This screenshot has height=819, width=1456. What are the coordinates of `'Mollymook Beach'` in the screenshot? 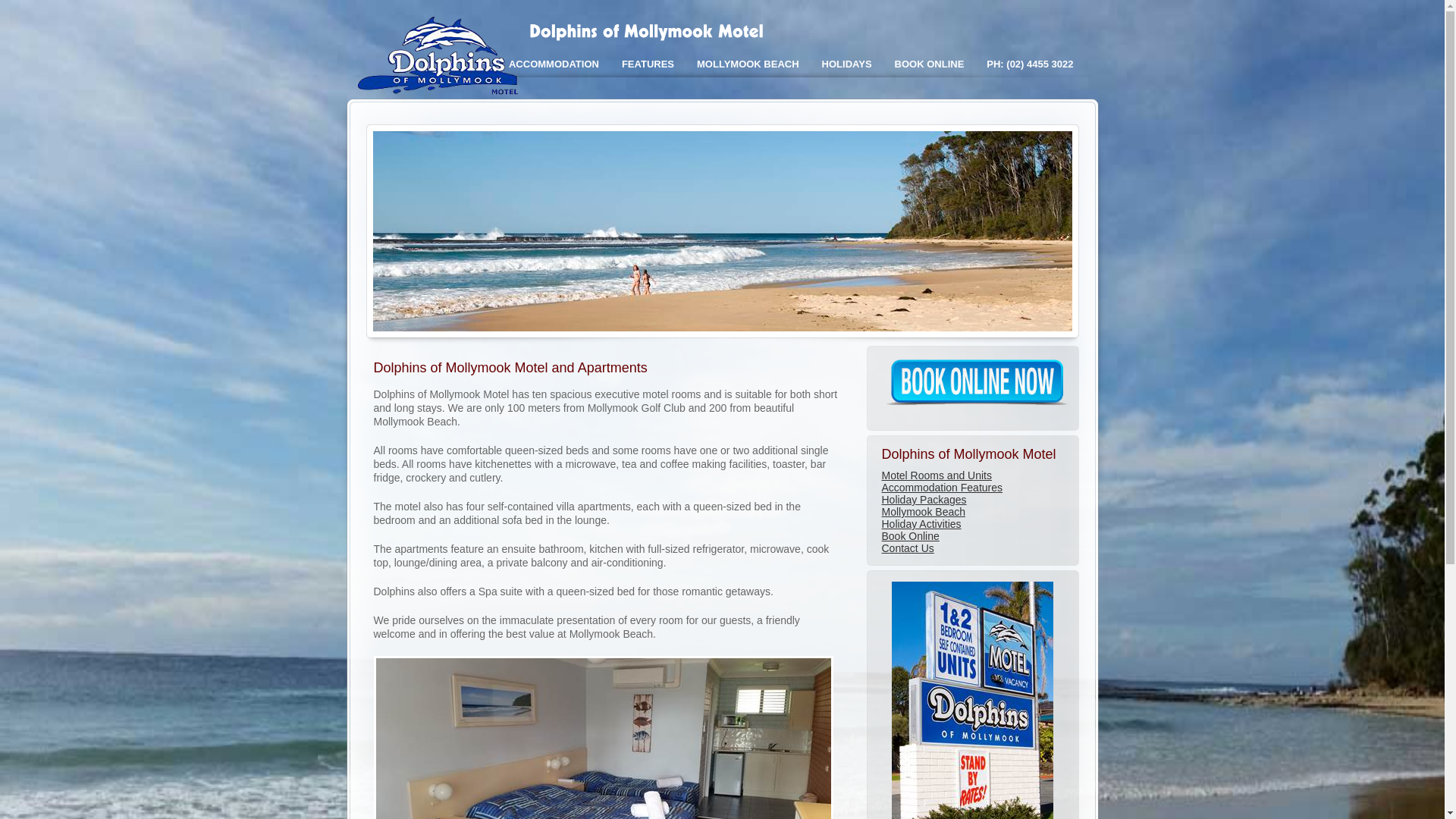 It's located at (880, 512).